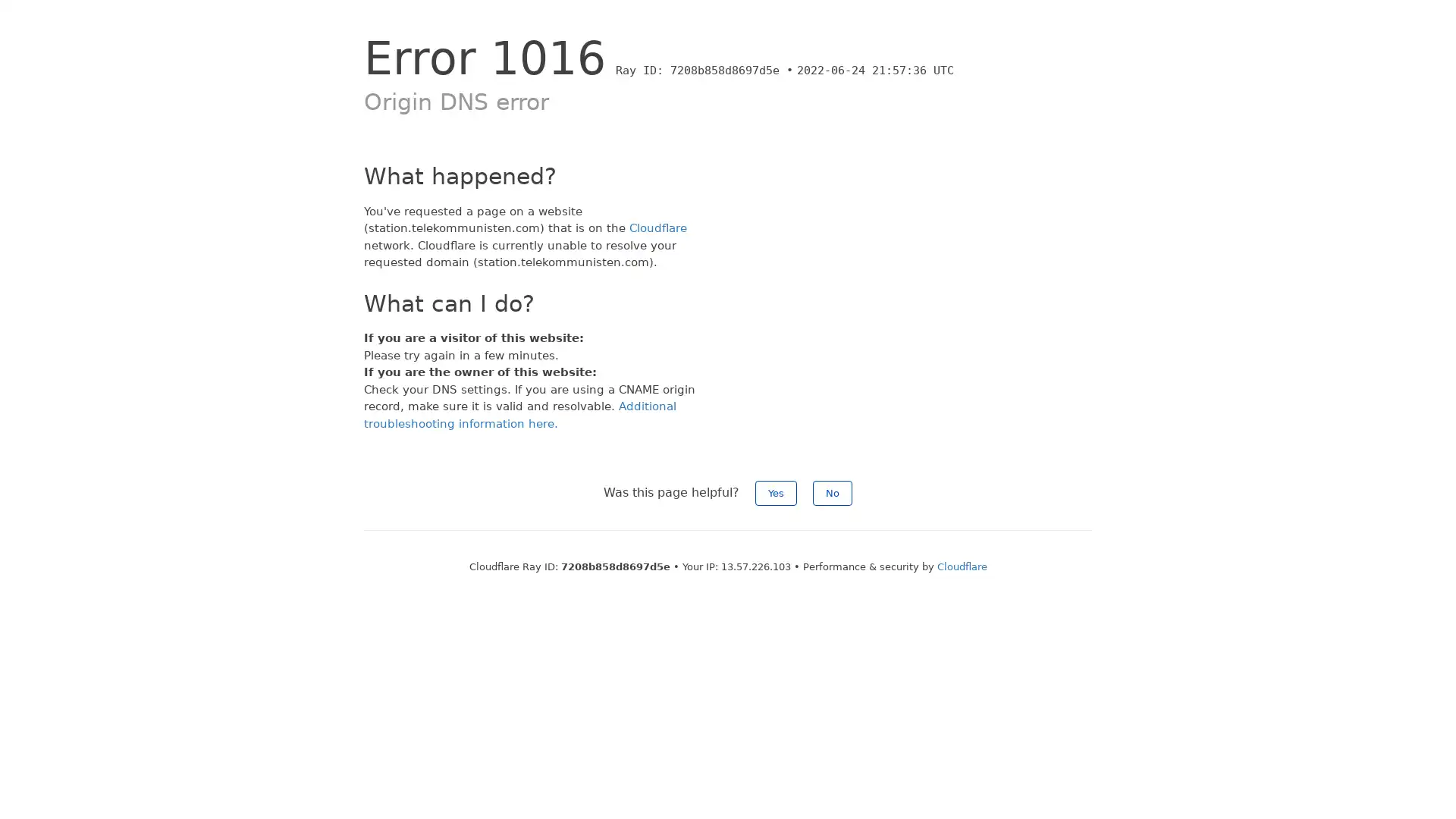 The height and width of the screenshot is (819, 1456). What do you see at coordinates (832, 493) in the screenshot?
I see `No` at bounding box center [832, 493].